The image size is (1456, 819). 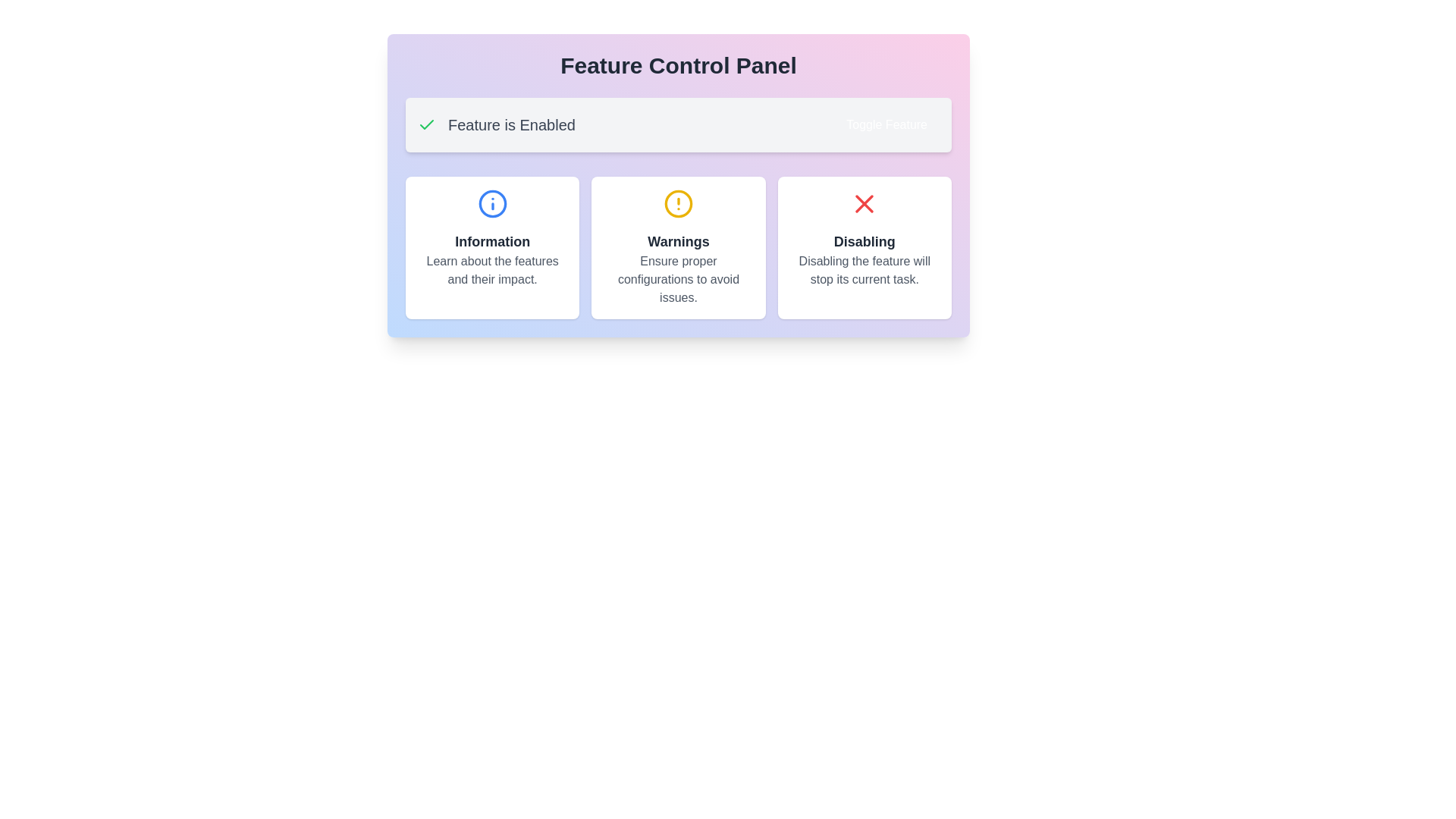 I want to click on the check mark icon that indicates a selected state for the 'Feature is Enabled' checkbox, so click(x=425, y=124).